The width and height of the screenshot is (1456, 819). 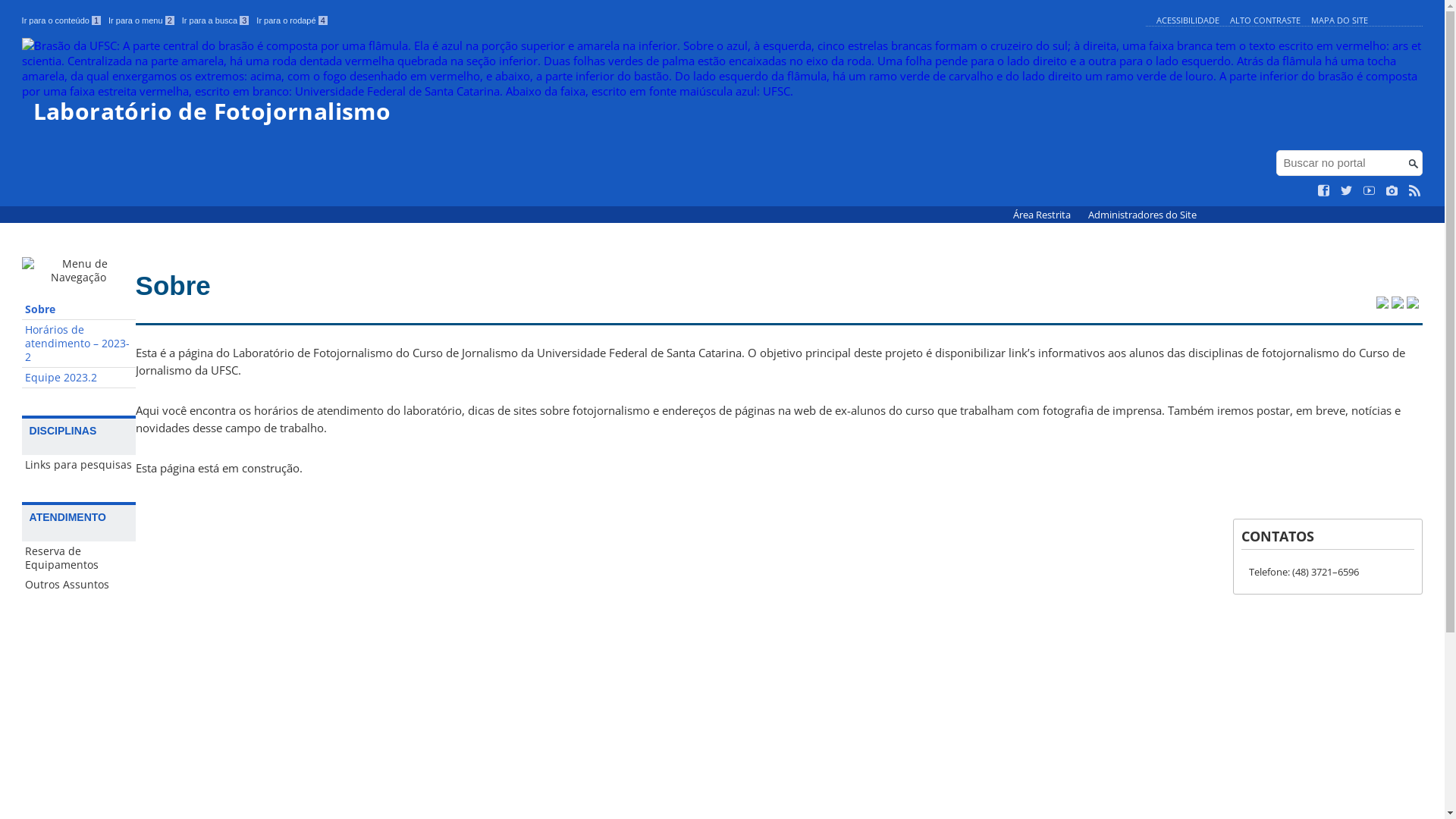 What do you see at coordinates (1265, 20) in the screenshot?
I see `'ALTO CONTRASTE'` at bounding box center [1265, 20].